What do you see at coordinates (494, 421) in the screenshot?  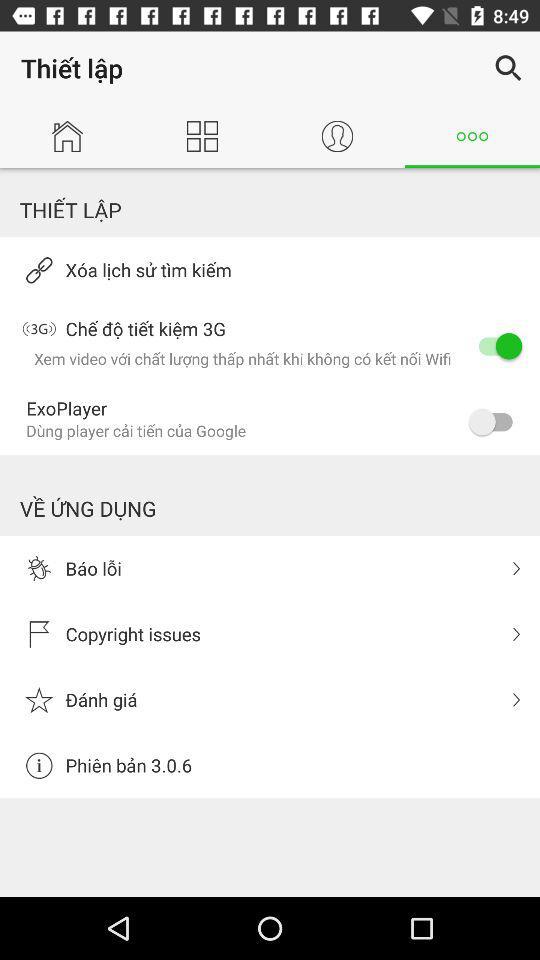 I see `the item to the right of the exoplayer item` at bounding box center [494, 421].